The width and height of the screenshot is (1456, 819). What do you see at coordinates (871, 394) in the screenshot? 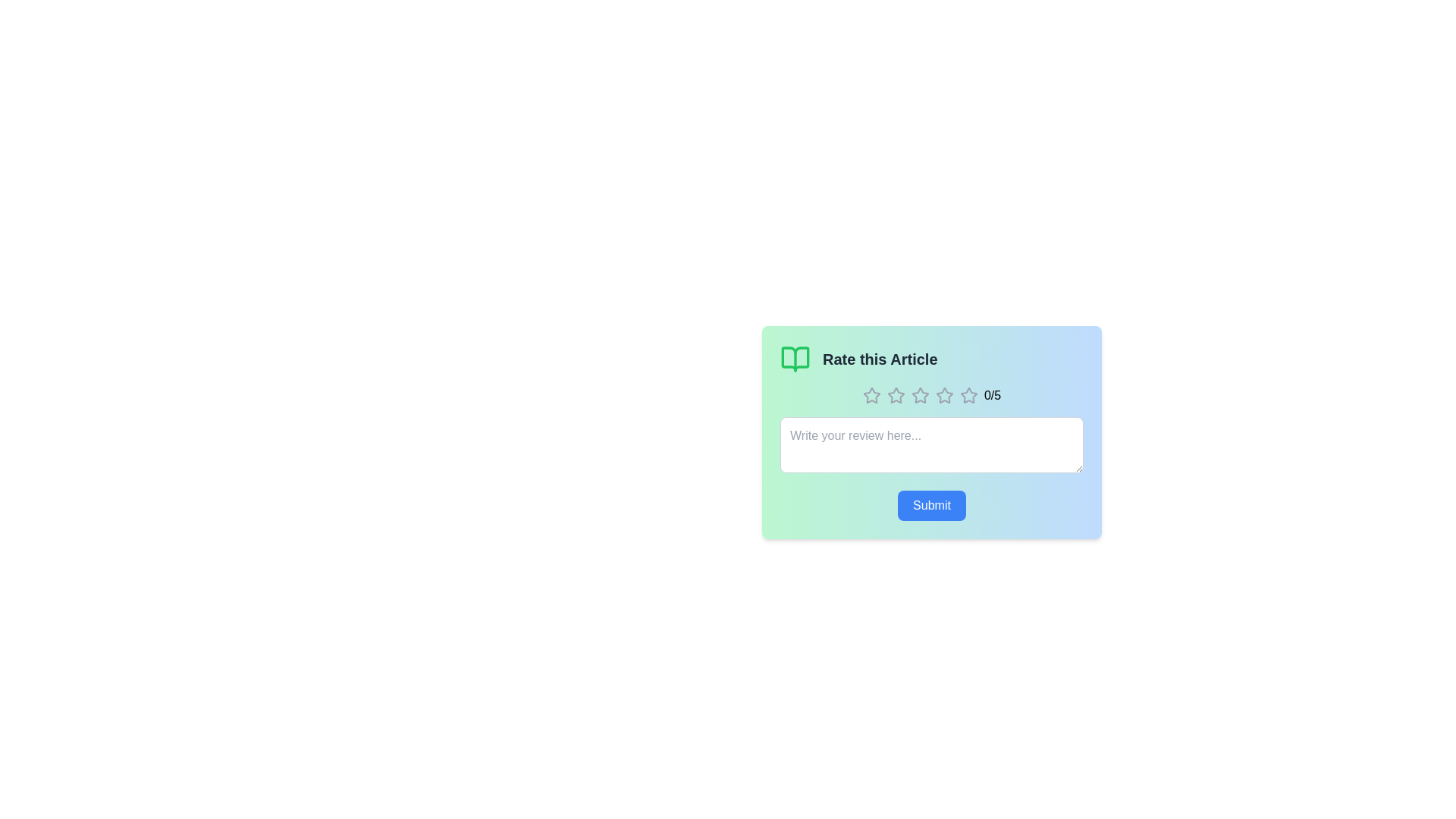
I see `the star corresponding to the rating 1` at bounding box center [871, 394].